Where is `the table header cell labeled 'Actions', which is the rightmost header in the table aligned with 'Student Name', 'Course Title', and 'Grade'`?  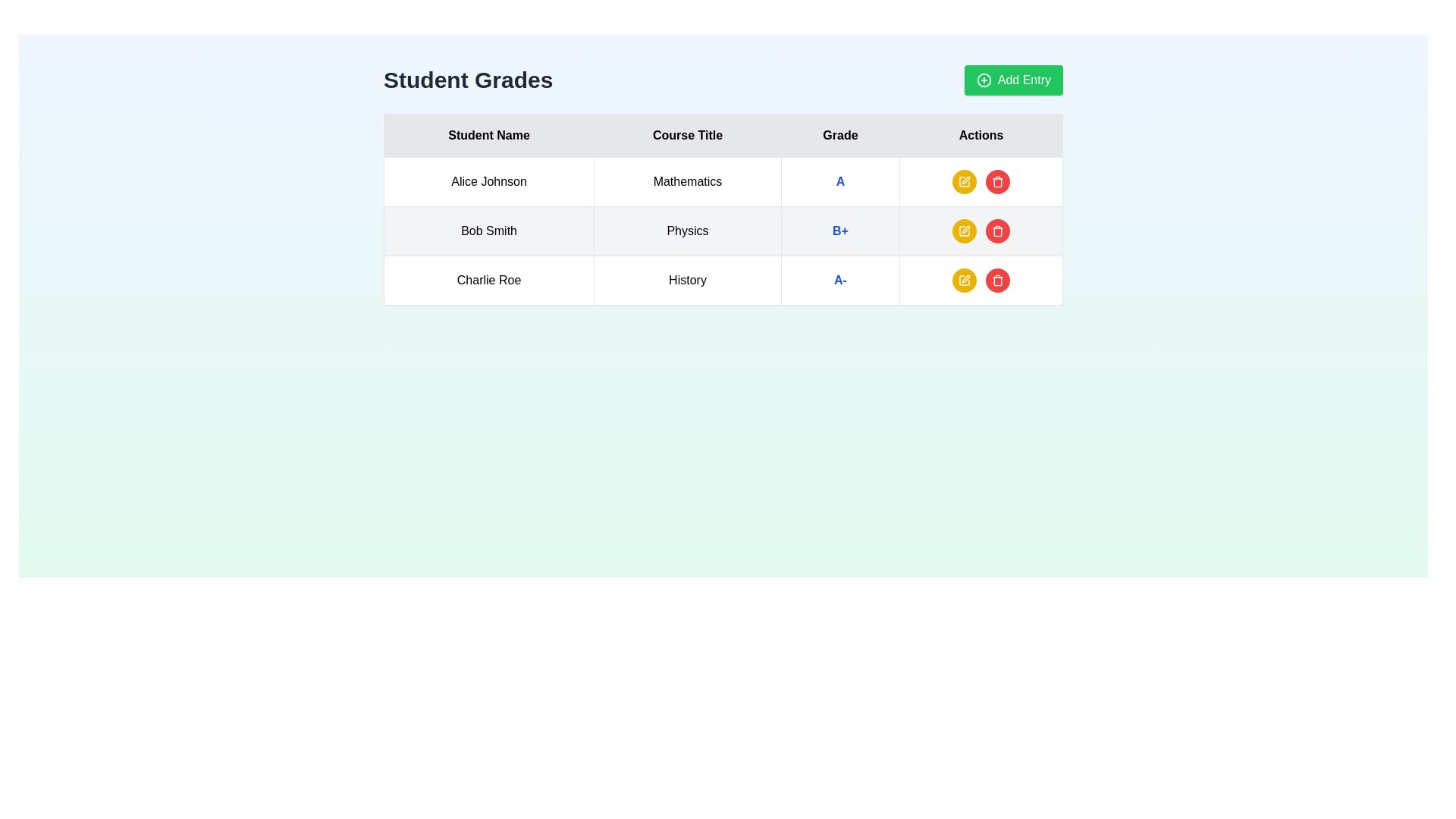 the table header cell labeled 'Actions', which is the rightmost header in the table aligned with 'Student Name', 'Course Title', and 'Grade' is located at coordinates (981, 134).